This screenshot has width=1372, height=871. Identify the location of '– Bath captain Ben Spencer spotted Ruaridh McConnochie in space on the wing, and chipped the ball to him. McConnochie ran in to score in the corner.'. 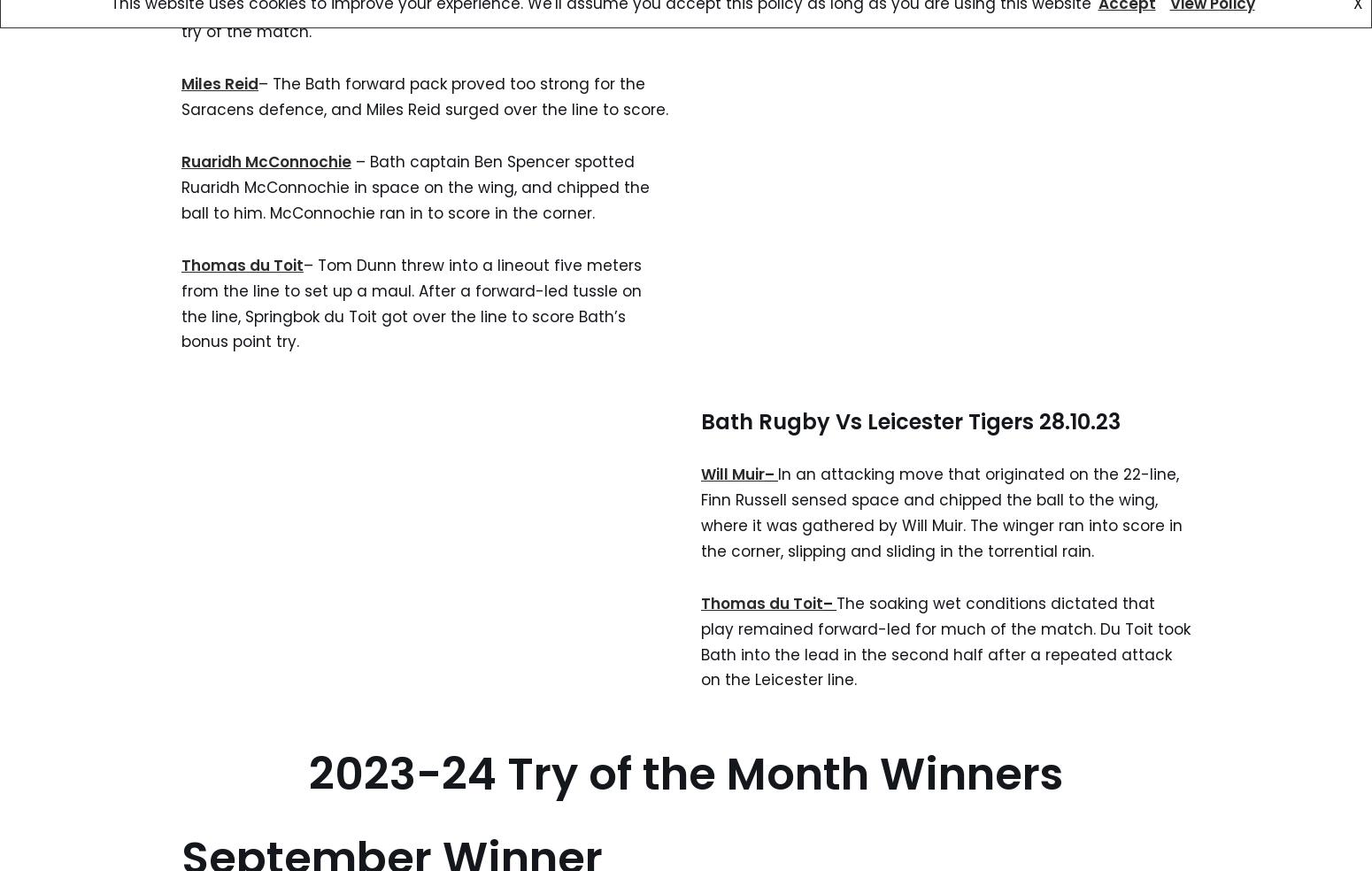
(414, 187).